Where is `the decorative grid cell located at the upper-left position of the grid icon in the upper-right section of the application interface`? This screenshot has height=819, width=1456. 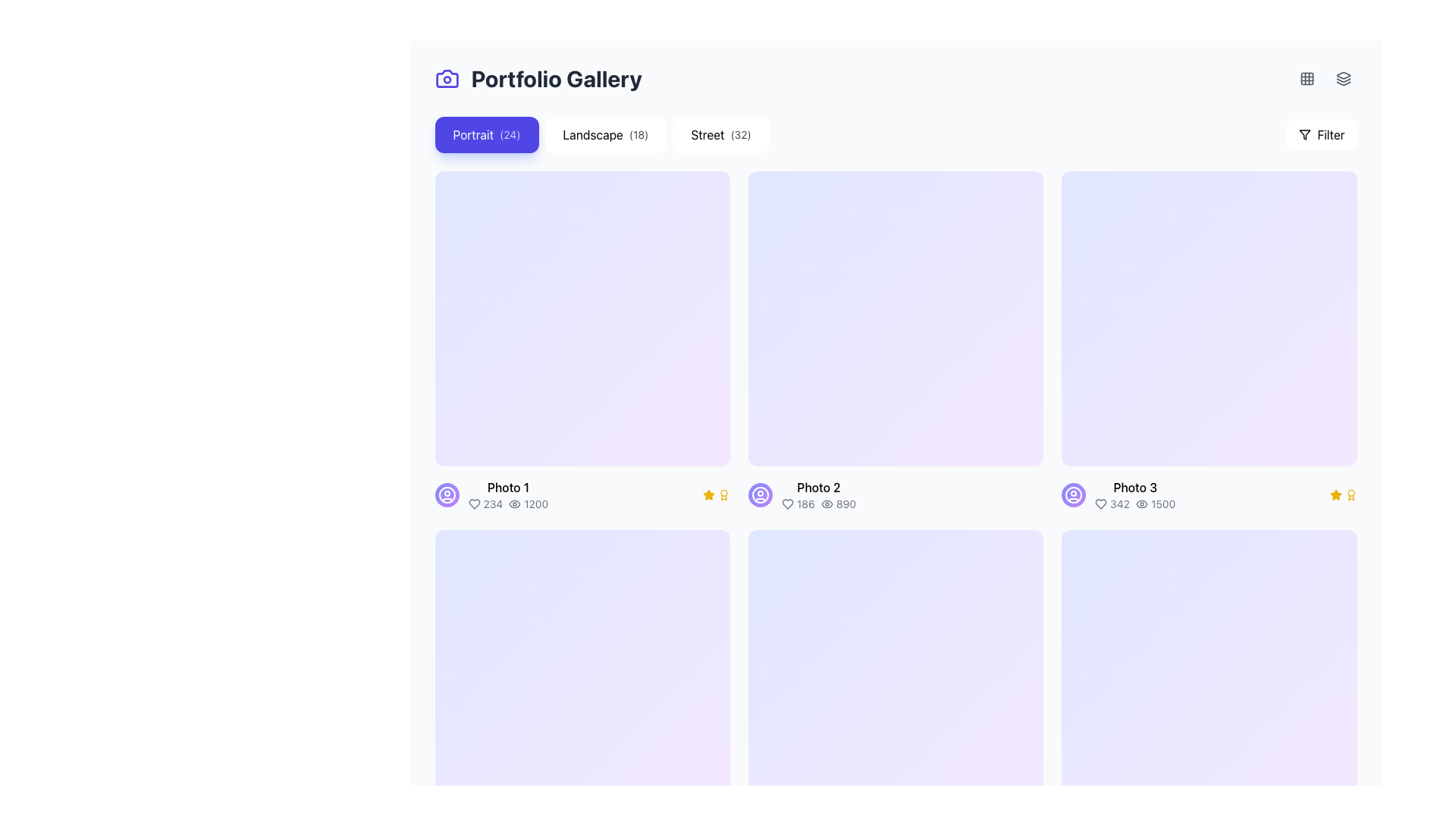
the decorative grid cell located at the upper-left position of the grid icon in the upper-right section of the application interface is located at coordinates (1306, 79).